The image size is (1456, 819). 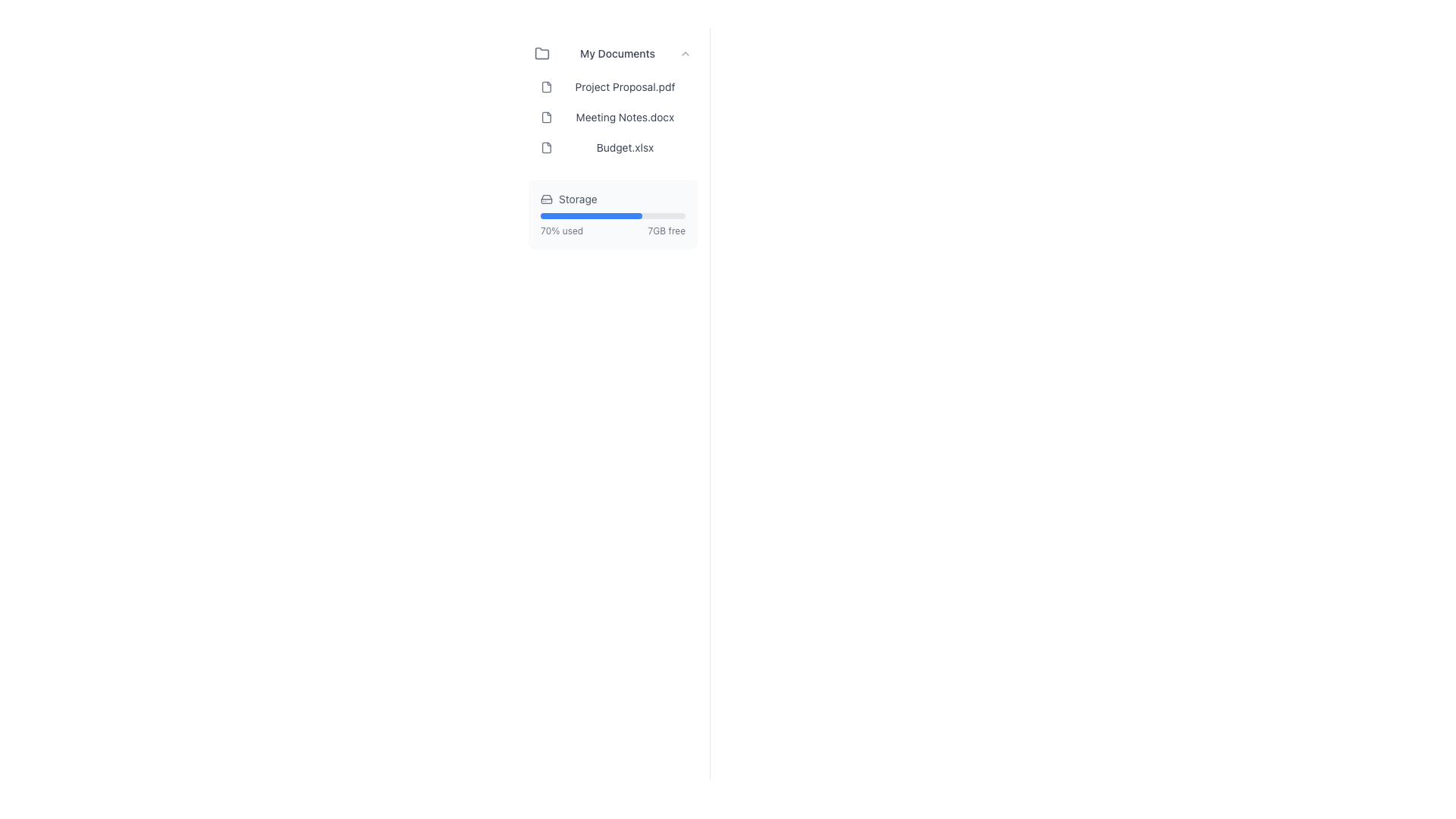 I want to click on the file entry named 'Budget.xlsx' located, so click(x=616, y=148).